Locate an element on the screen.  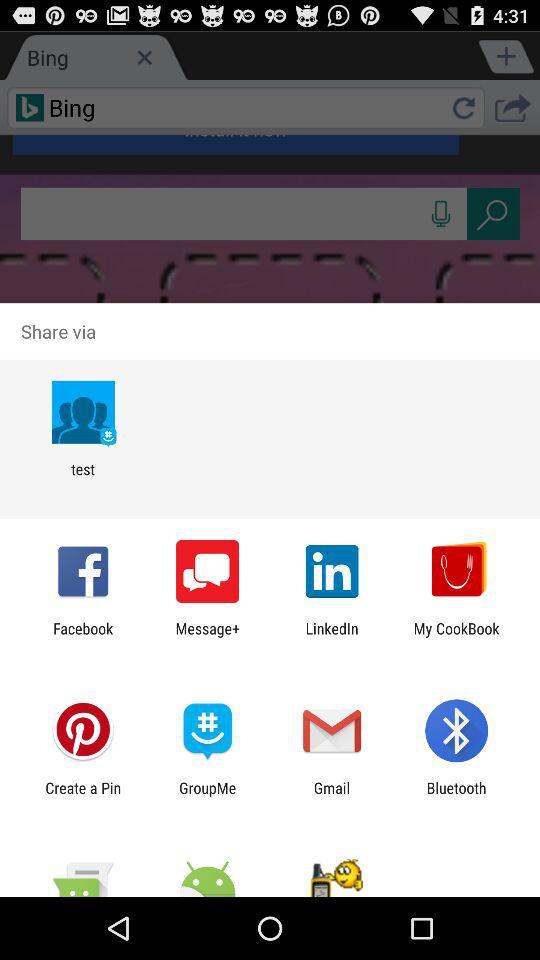
the item to the right of message+ app is located at coordinates (332, 636).